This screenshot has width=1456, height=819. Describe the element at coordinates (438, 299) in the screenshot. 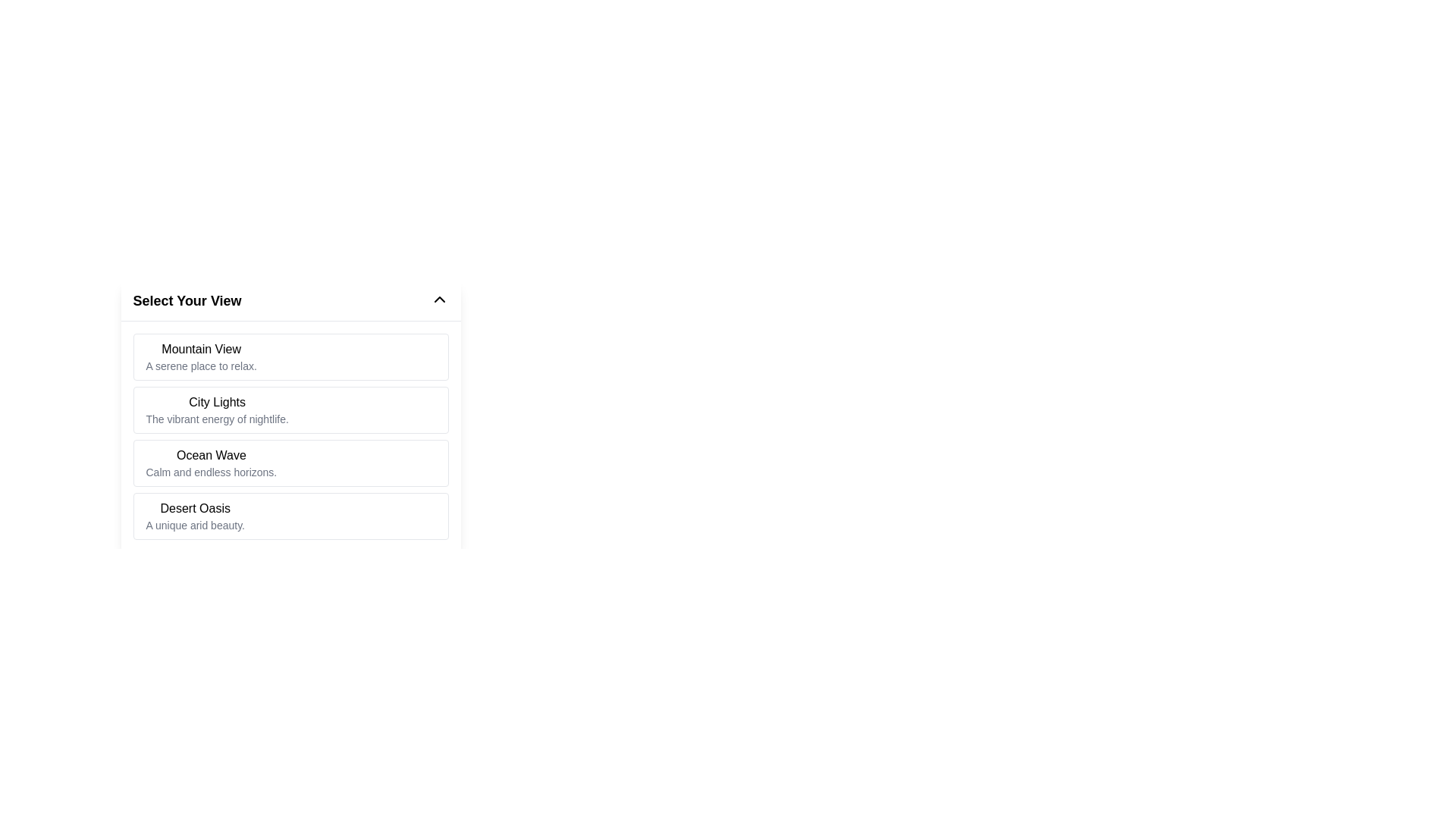

I see `the upward-pointing chevron icon located at the top-right corner of the 'Select Your View' header bar` at that location.